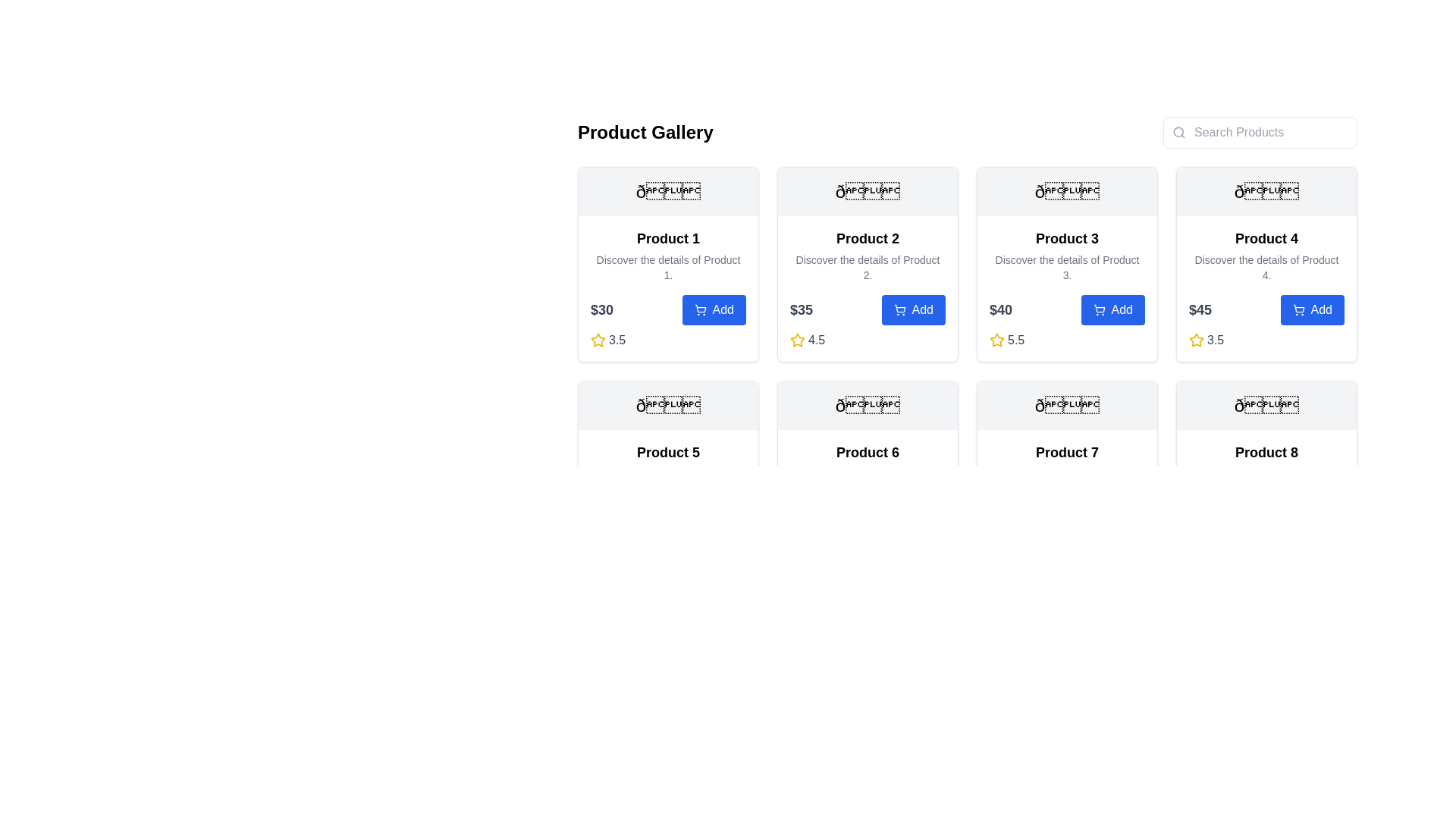  I want to click on the 'Product 3' text label located in the third card of the grid layout, so click(1066, 239).